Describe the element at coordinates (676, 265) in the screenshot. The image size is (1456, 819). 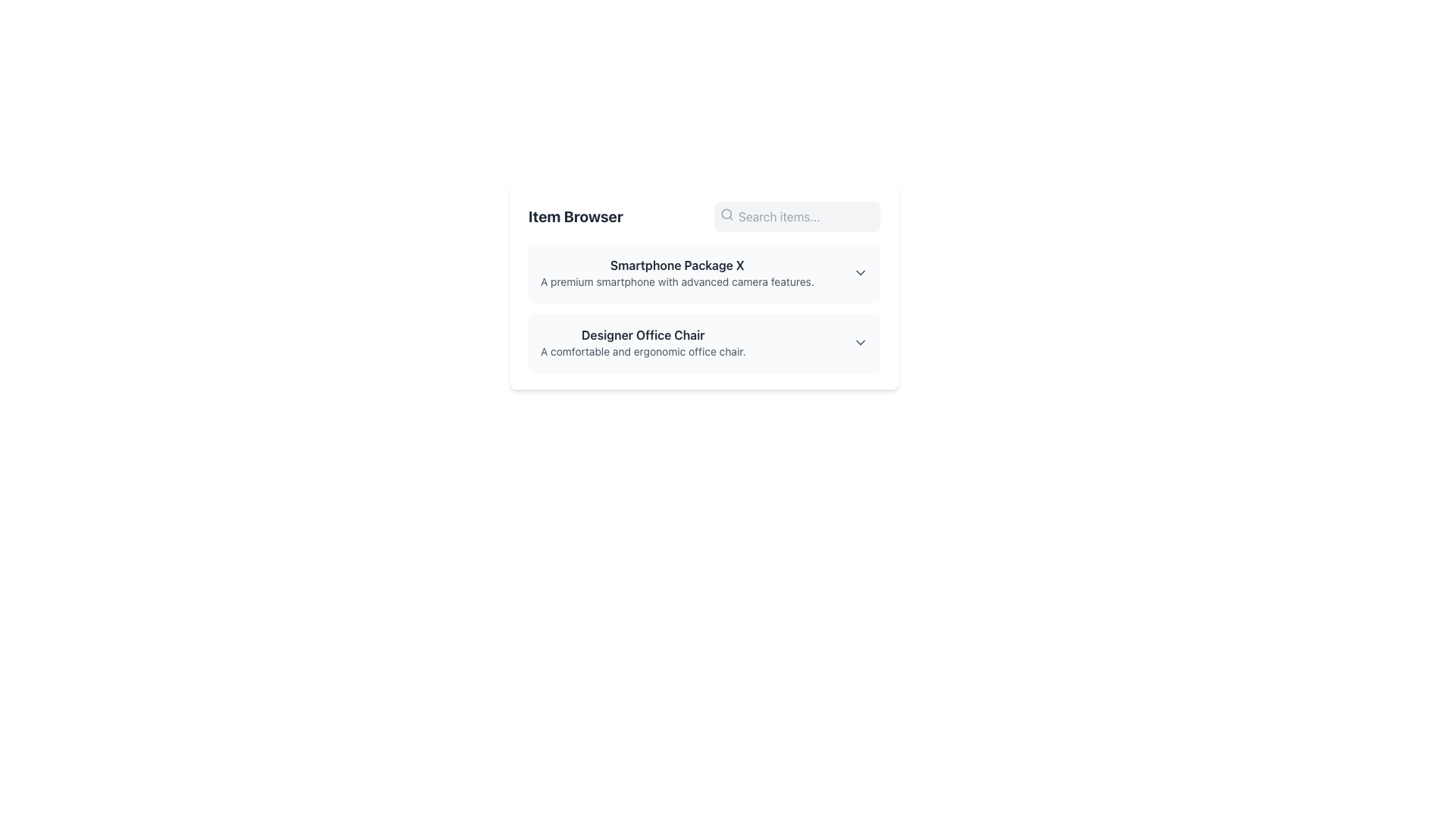
I see `text from the Text Label displaying 'Smartphone Package X' in bold at the top of the 'Item Browser' panel interface` at that location.